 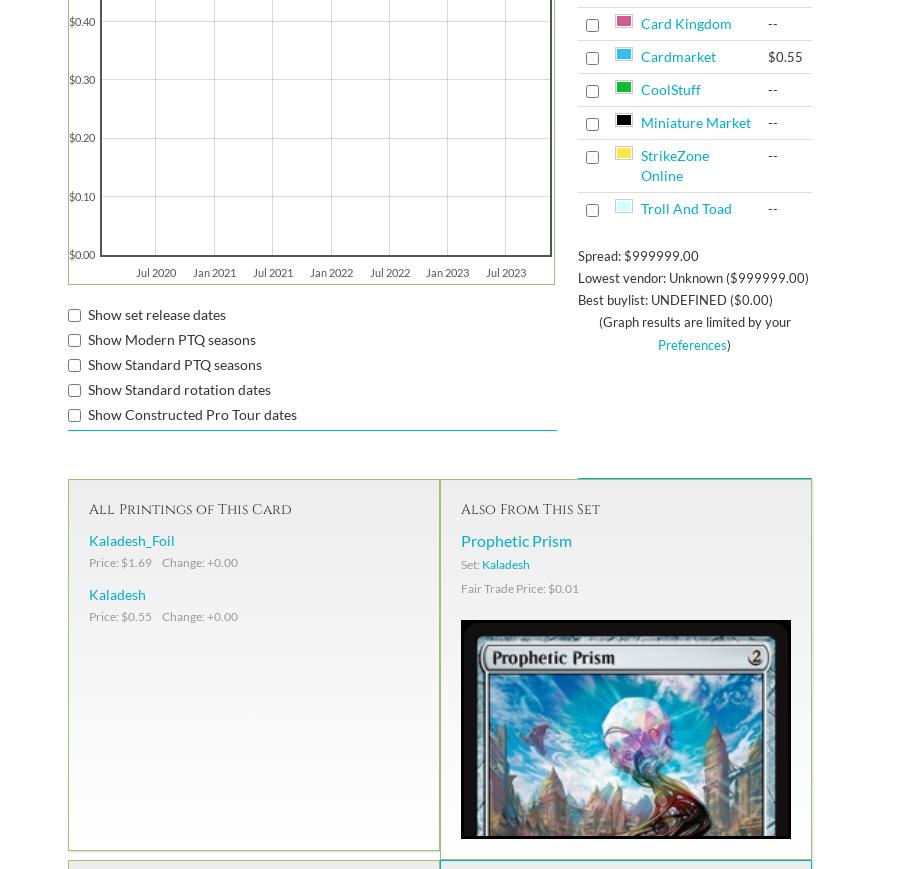 What do you see at coordinates (519, 587) in the screenshot?
I see `'Fair Trade Price: $0.01'` at bounding box center [519, 587].